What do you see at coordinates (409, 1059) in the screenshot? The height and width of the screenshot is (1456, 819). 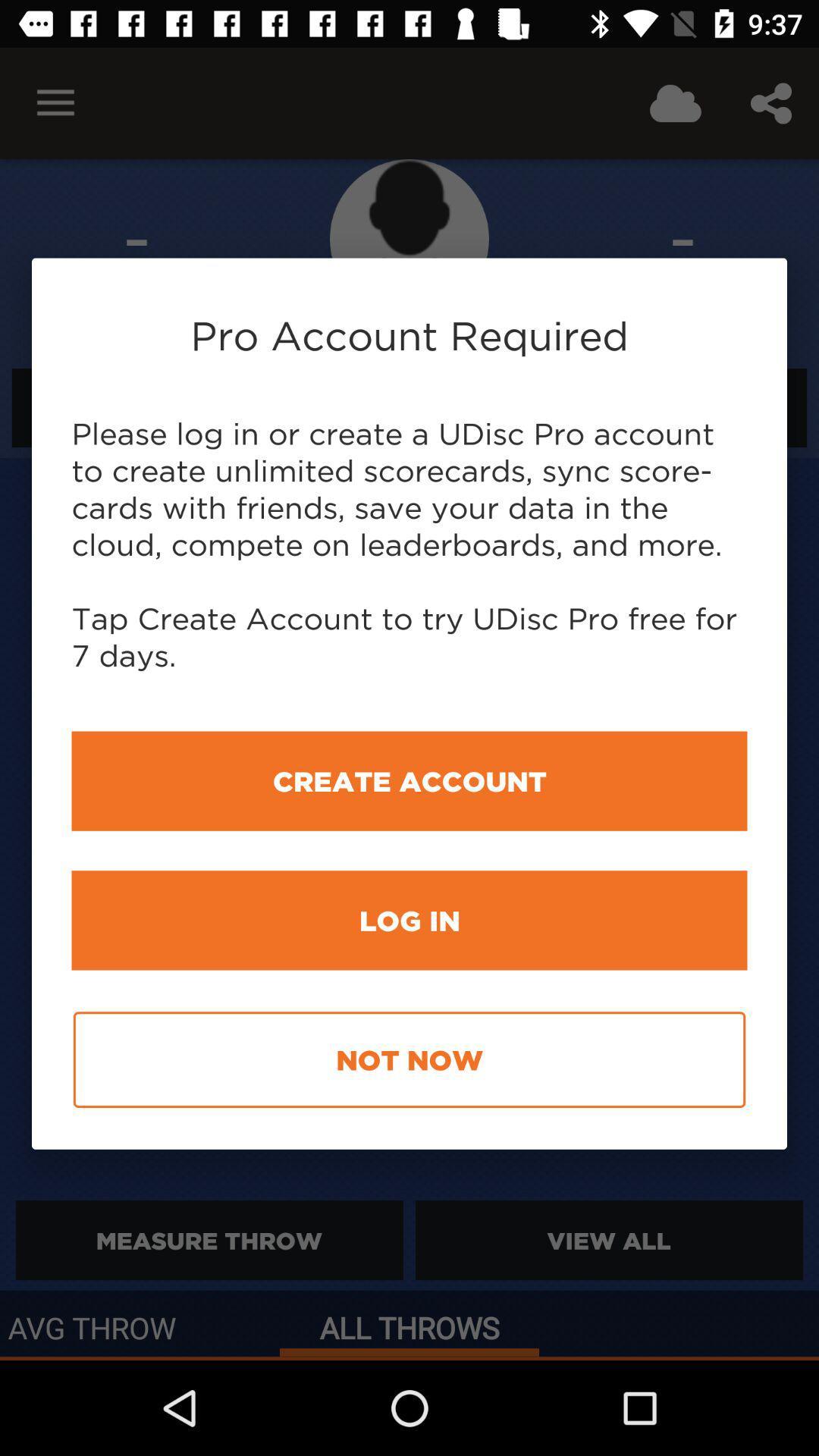 I see `the item at the bottom` at bounding box center [409, 1059].